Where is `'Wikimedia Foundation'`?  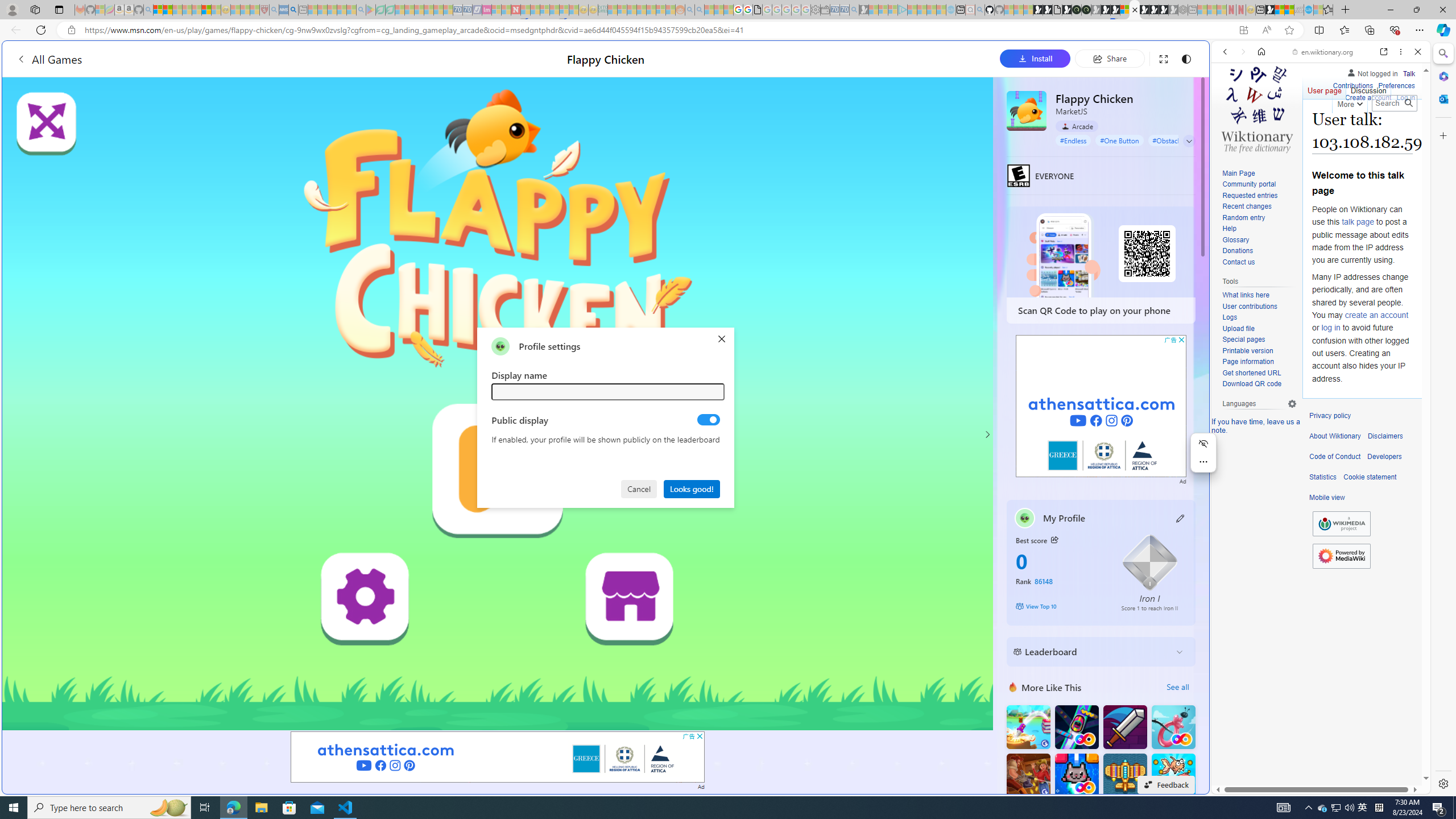
'Wikimedia Foundation' is located at coordinates (1342, 523).